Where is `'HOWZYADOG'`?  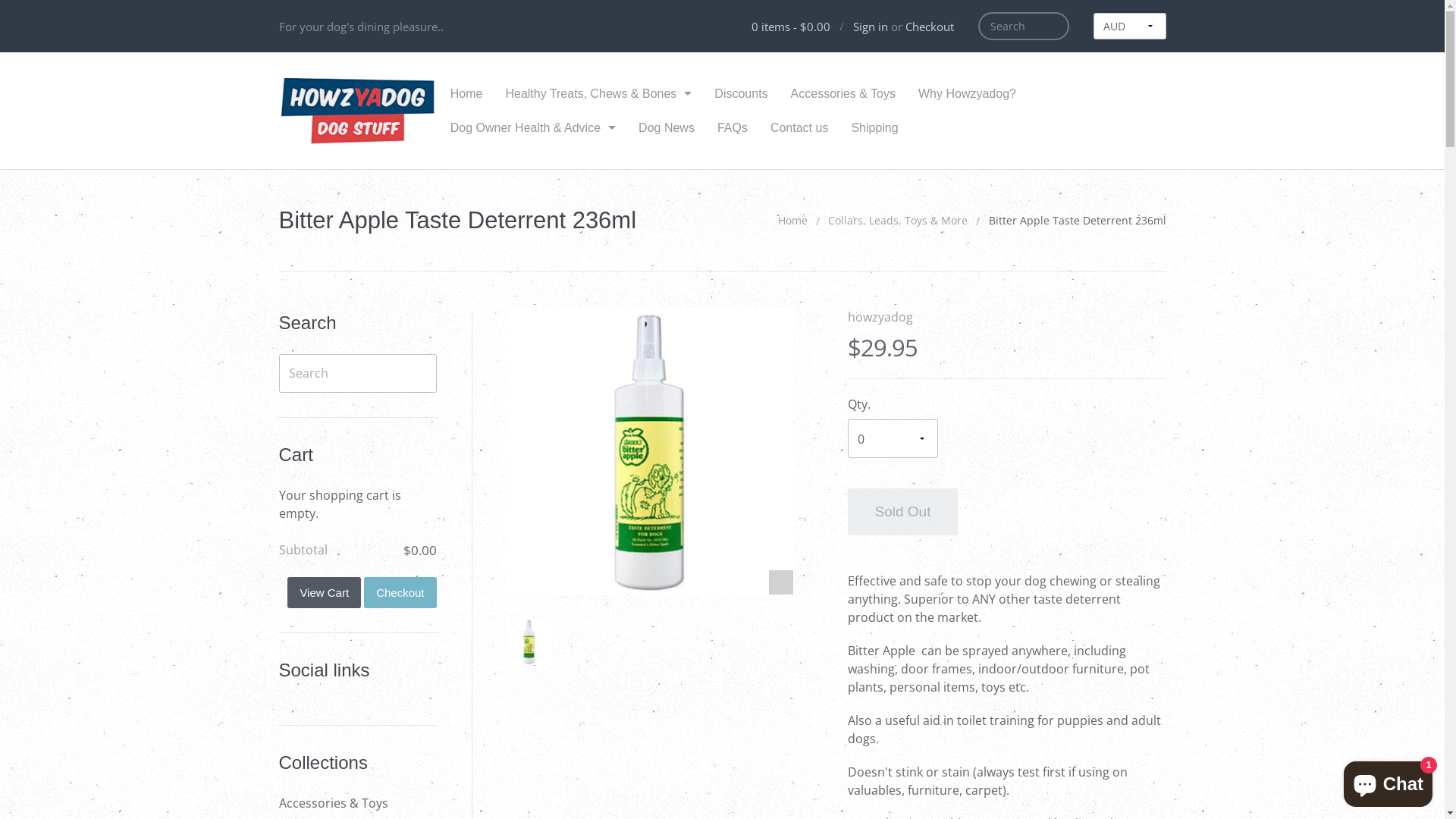 'HOWZYADOG' is located at coordinates (358, 109).